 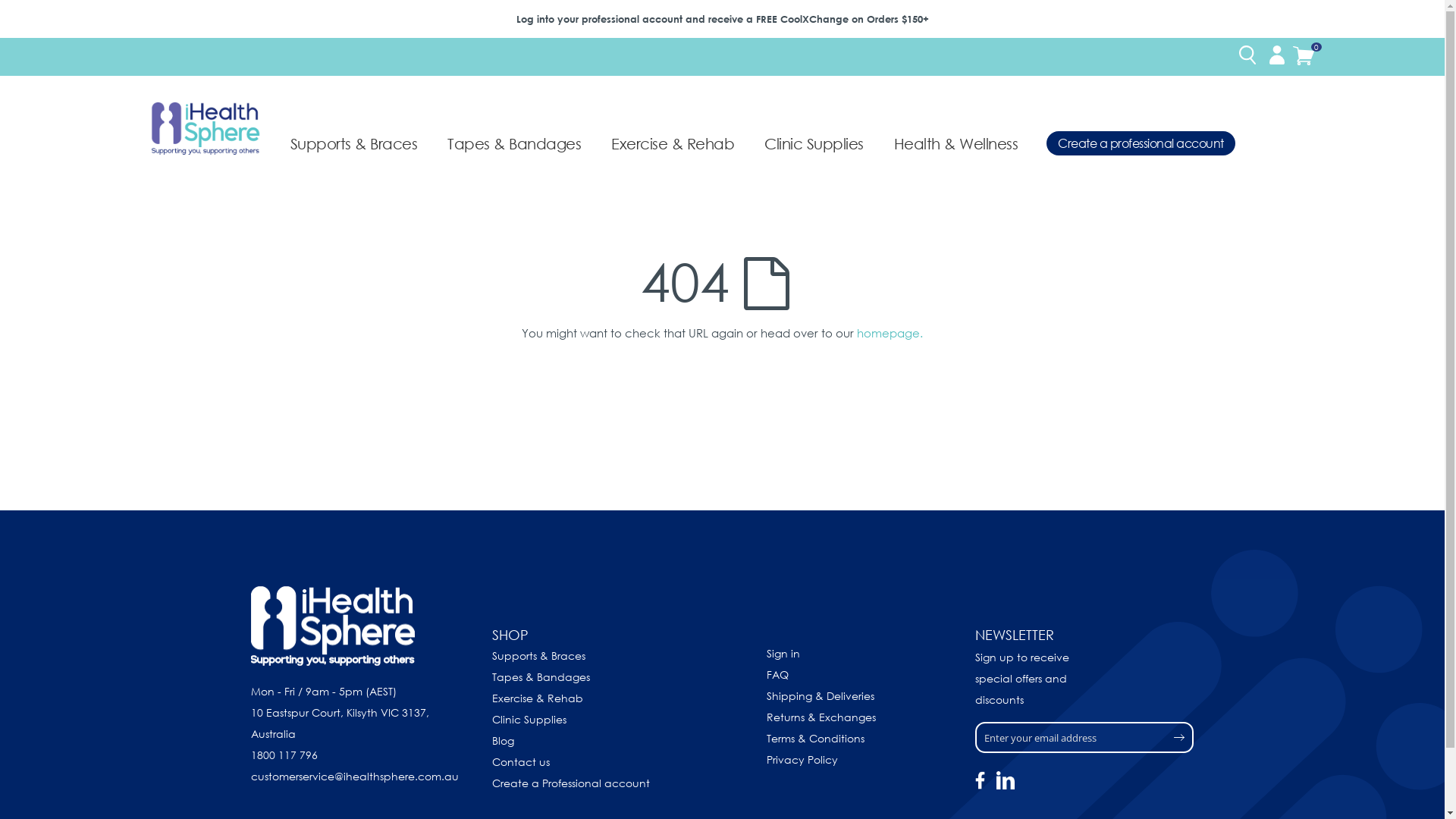 What do you see at coordinates (1302, 56) in the screenshot?
I see `'Cart` at bounding box center [1302, 56].